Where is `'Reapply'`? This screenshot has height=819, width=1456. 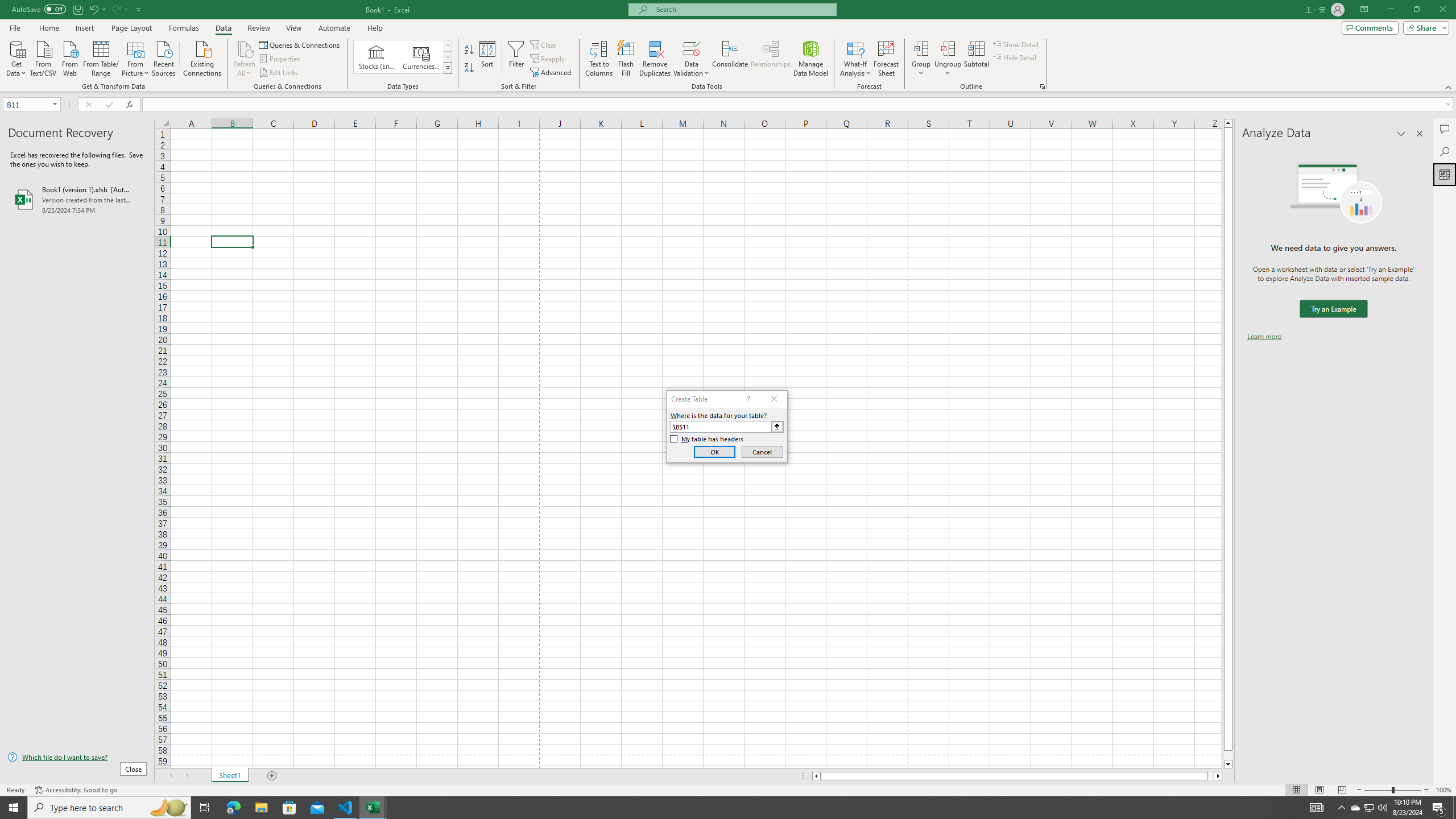 'Reapply' is located at coordinates (549, 59).